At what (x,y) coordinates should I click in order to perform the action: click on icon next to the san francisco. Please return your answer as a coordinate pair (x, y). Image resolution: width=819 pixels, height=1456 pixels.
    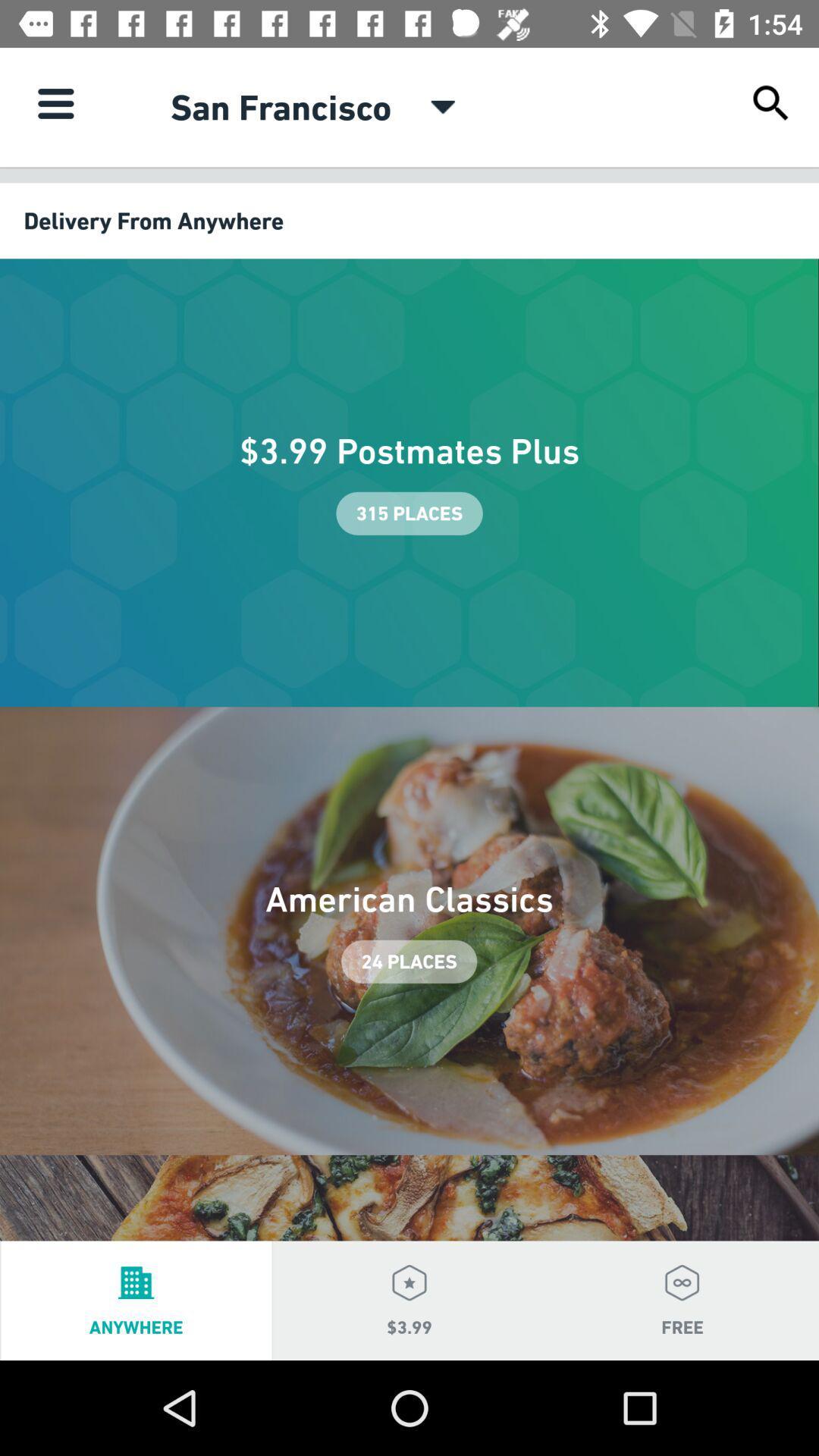
    Looking at the image, I should click on (55, 102).